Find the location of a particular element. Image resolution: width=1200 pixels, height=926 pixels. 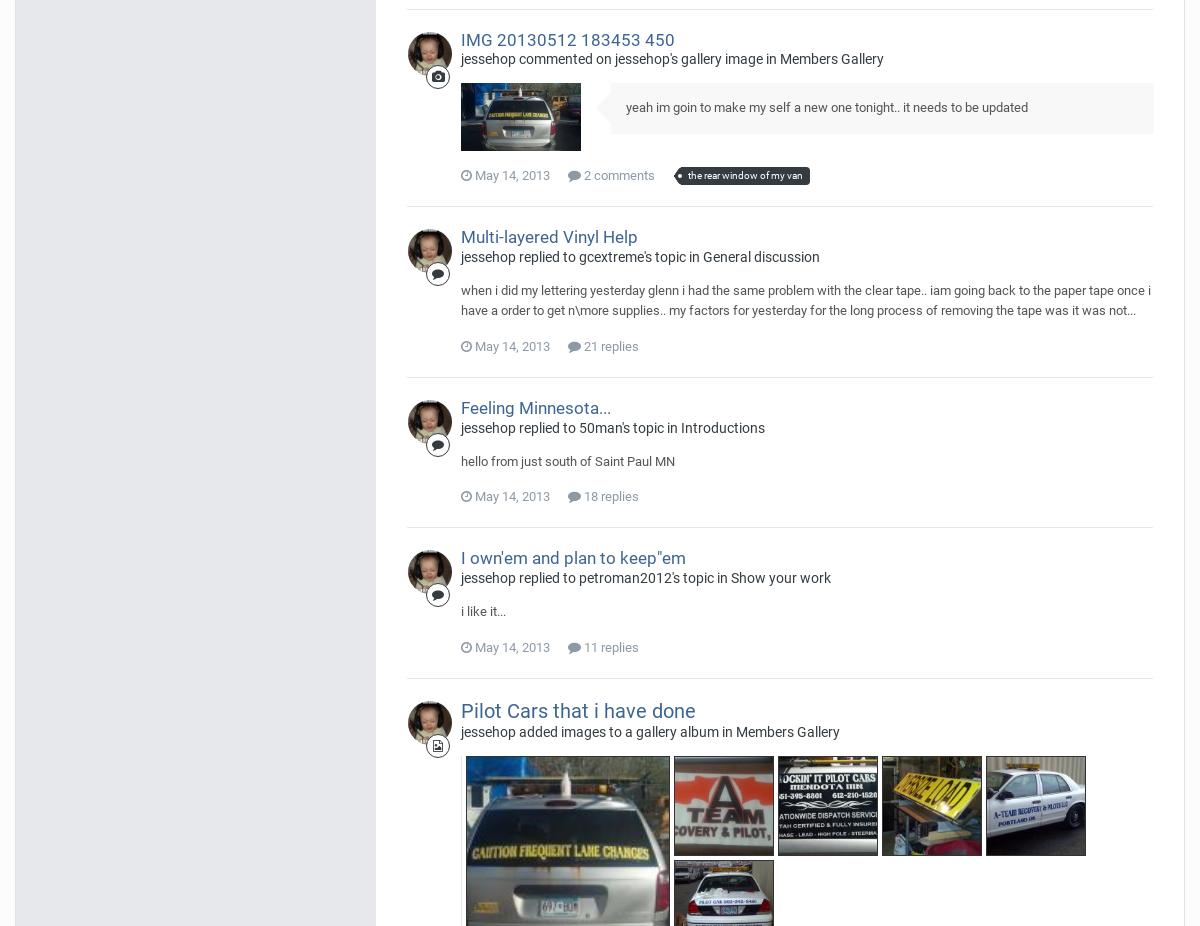

'jessehop replied to petroman2012's topic in' is located at coordinates (595, 575).